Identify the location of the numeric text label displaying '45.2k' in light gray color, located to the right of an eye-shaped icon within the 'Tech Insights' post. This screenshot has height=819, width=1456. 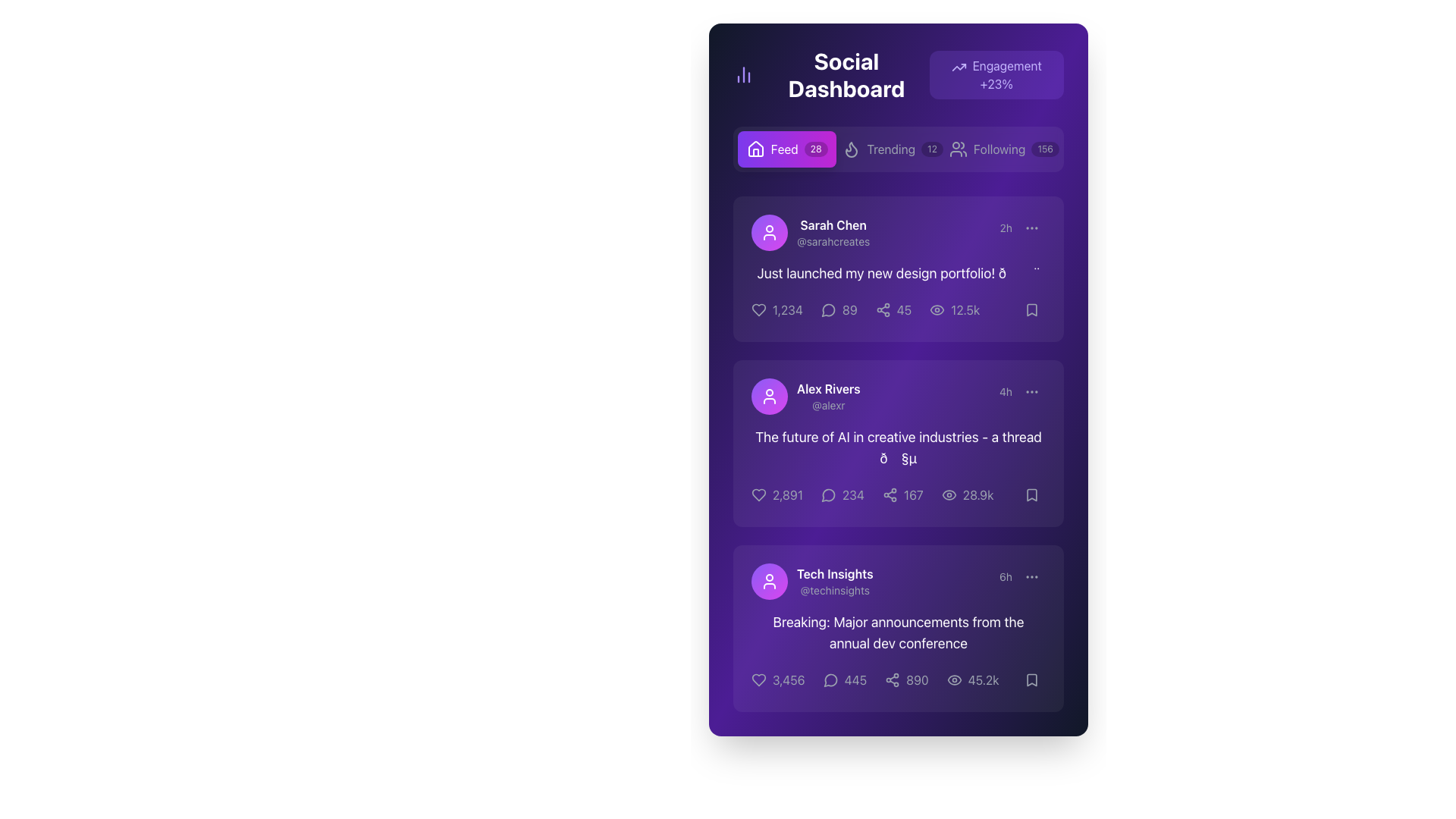
(984, 679).